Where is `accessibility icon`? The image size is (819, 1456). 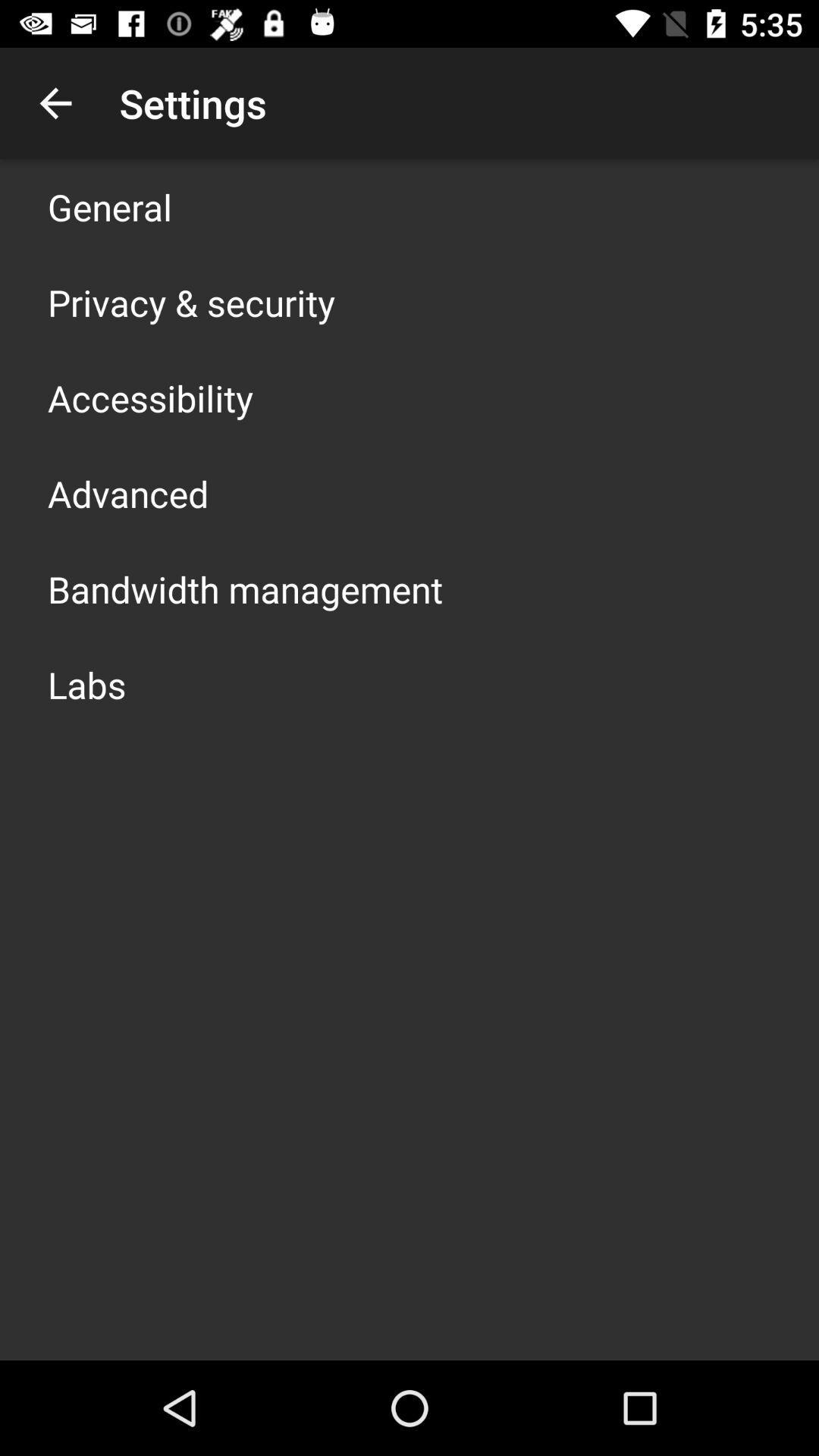
accessibility icon is located at coordinates (150, 397).